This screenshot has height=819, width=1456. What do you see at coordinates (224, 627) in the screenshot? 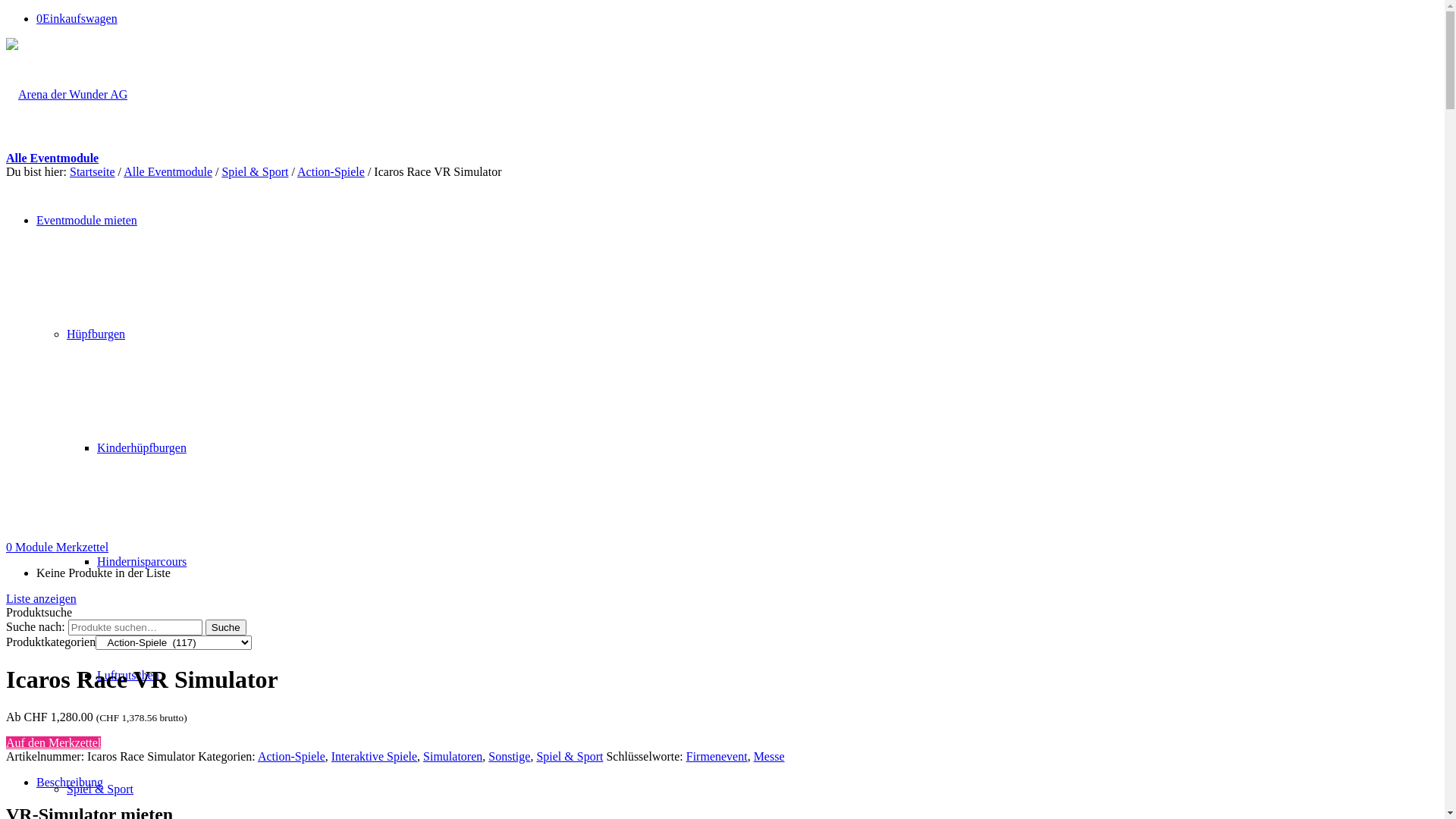
I see `'Suche'` at bounding box center [224, 627].